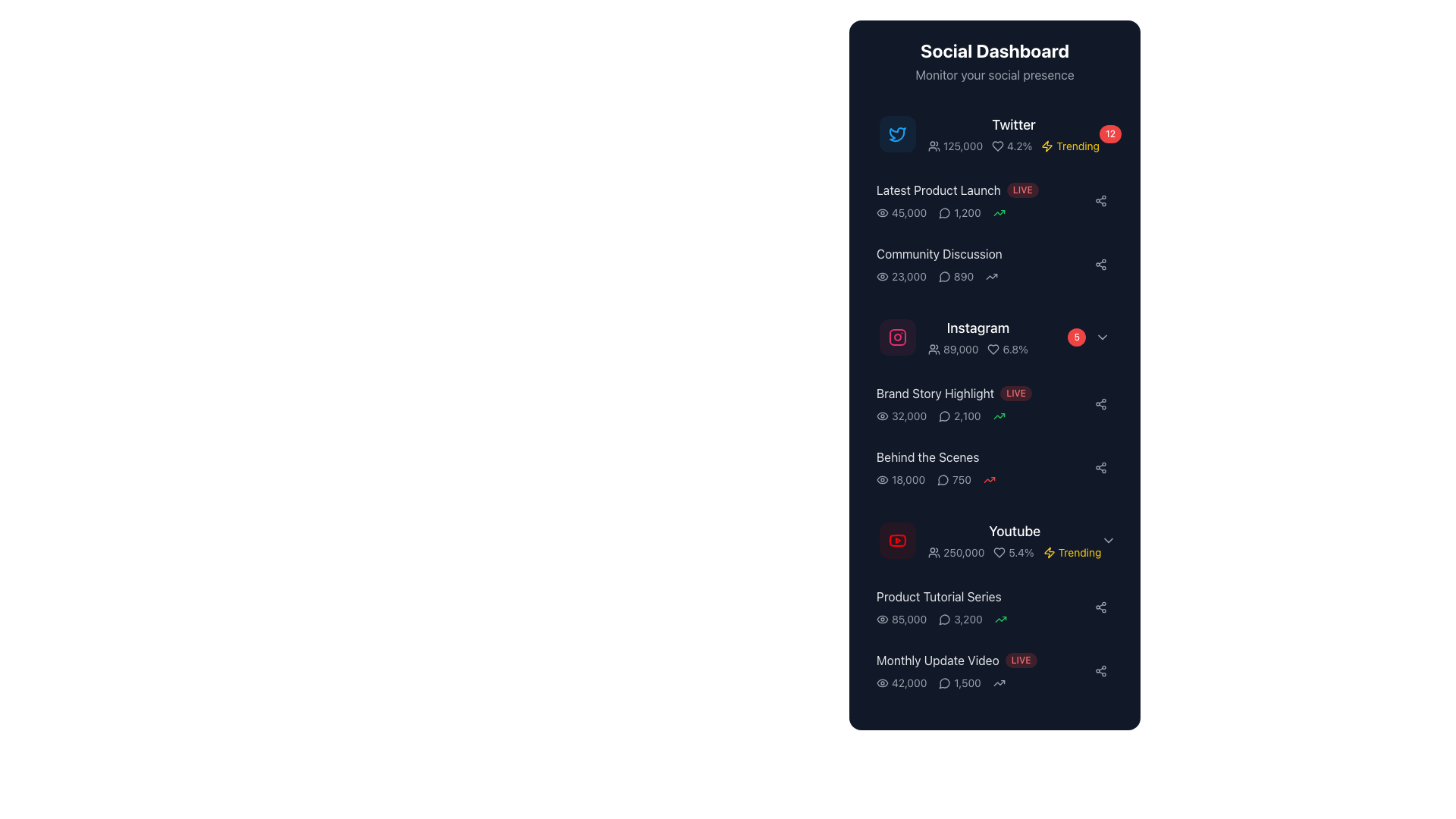  What do you see at coordinates (942, 480) in the screenshot?
I see `the speech bubble icon part of the SVG graphic located to the left of the statistic in the dashboard UI` at bounding box center [942, 480].